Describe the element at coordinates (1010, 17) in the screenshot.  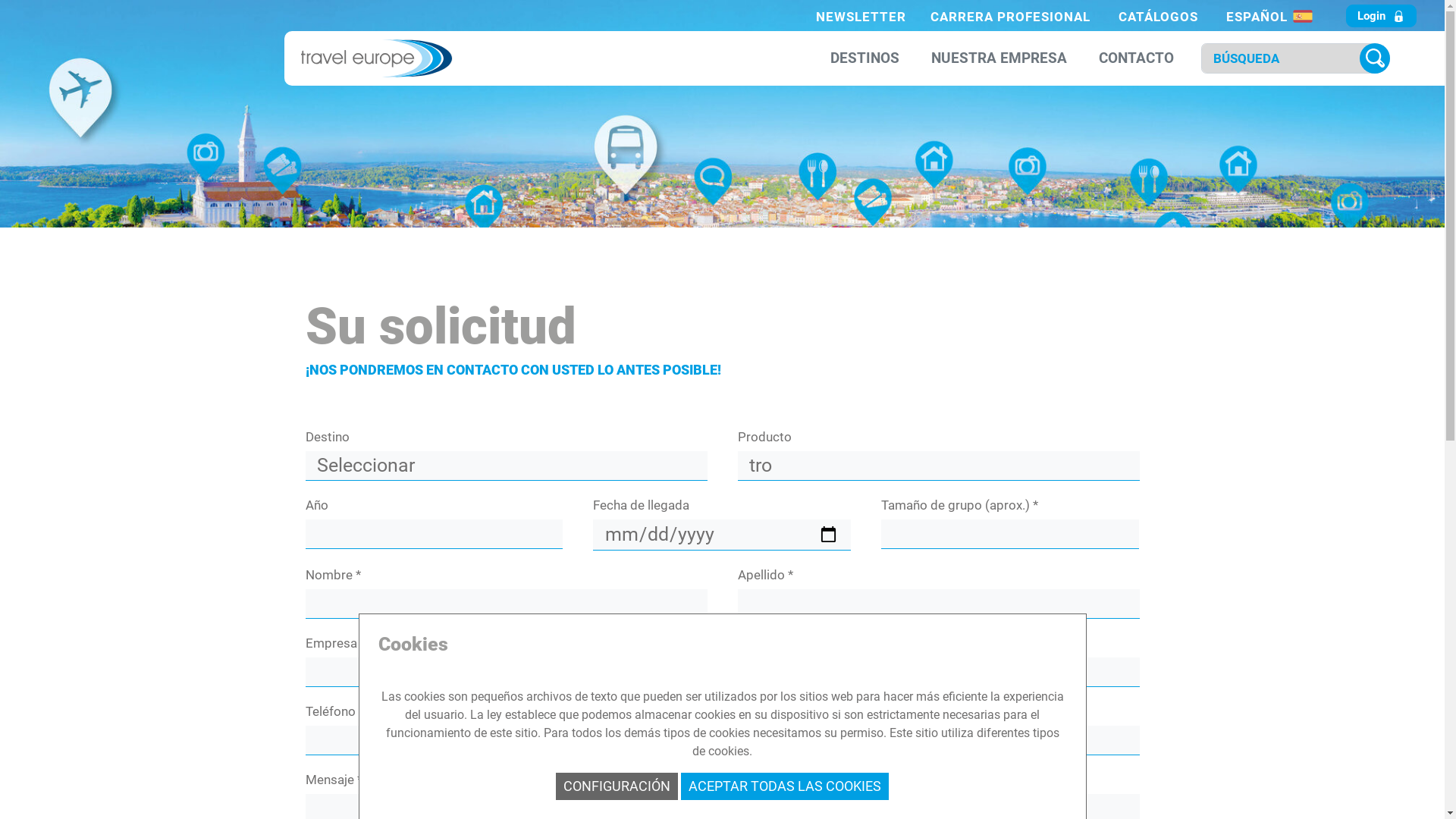
I see `'CARRERA PROFESIONAL'` at that location.